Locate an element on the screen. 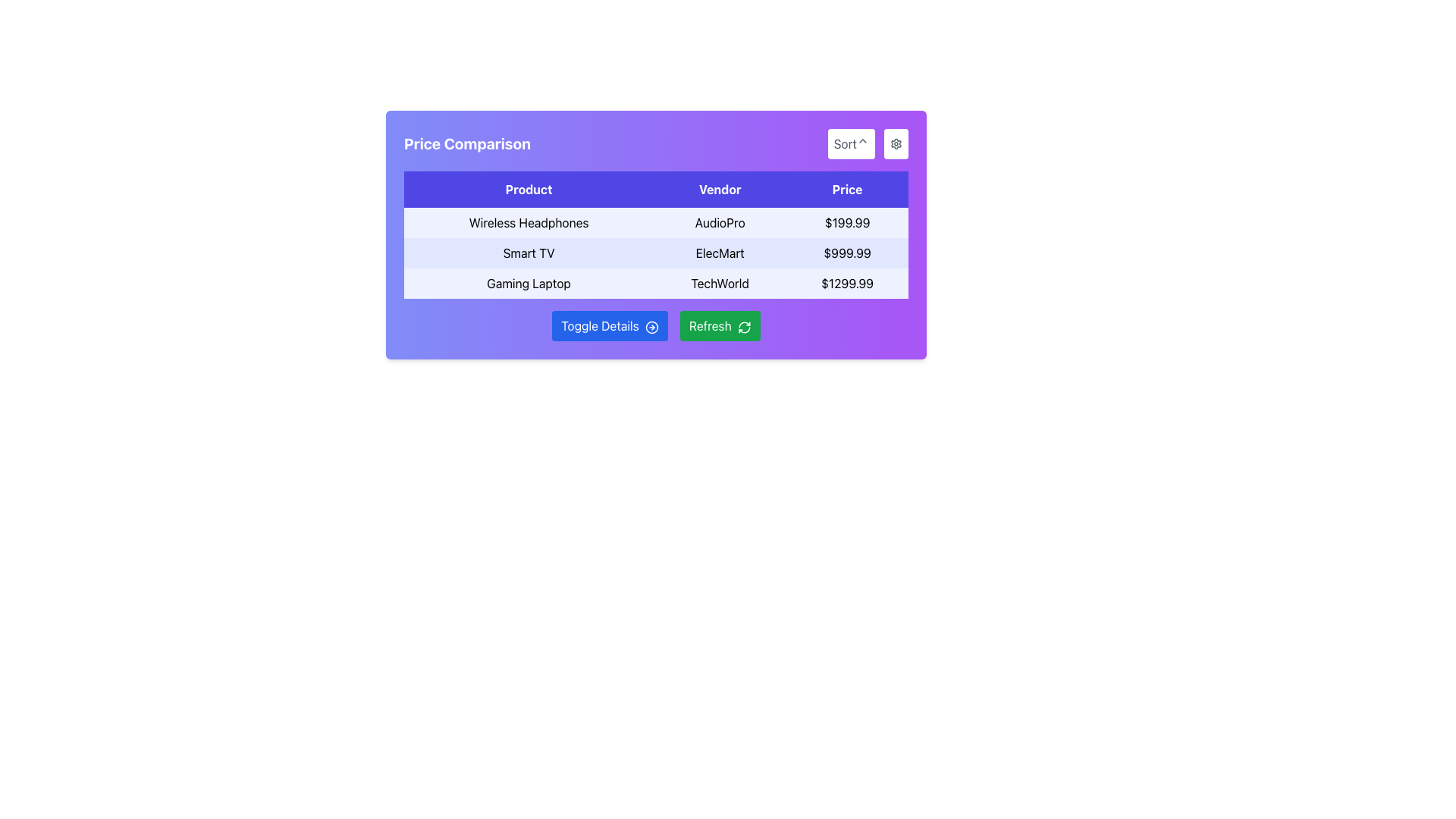 This screenshot has height=819, width=1456. the gear icon resembling a settings button located at the top right corner of the interface is located at coordinates (896, 143).